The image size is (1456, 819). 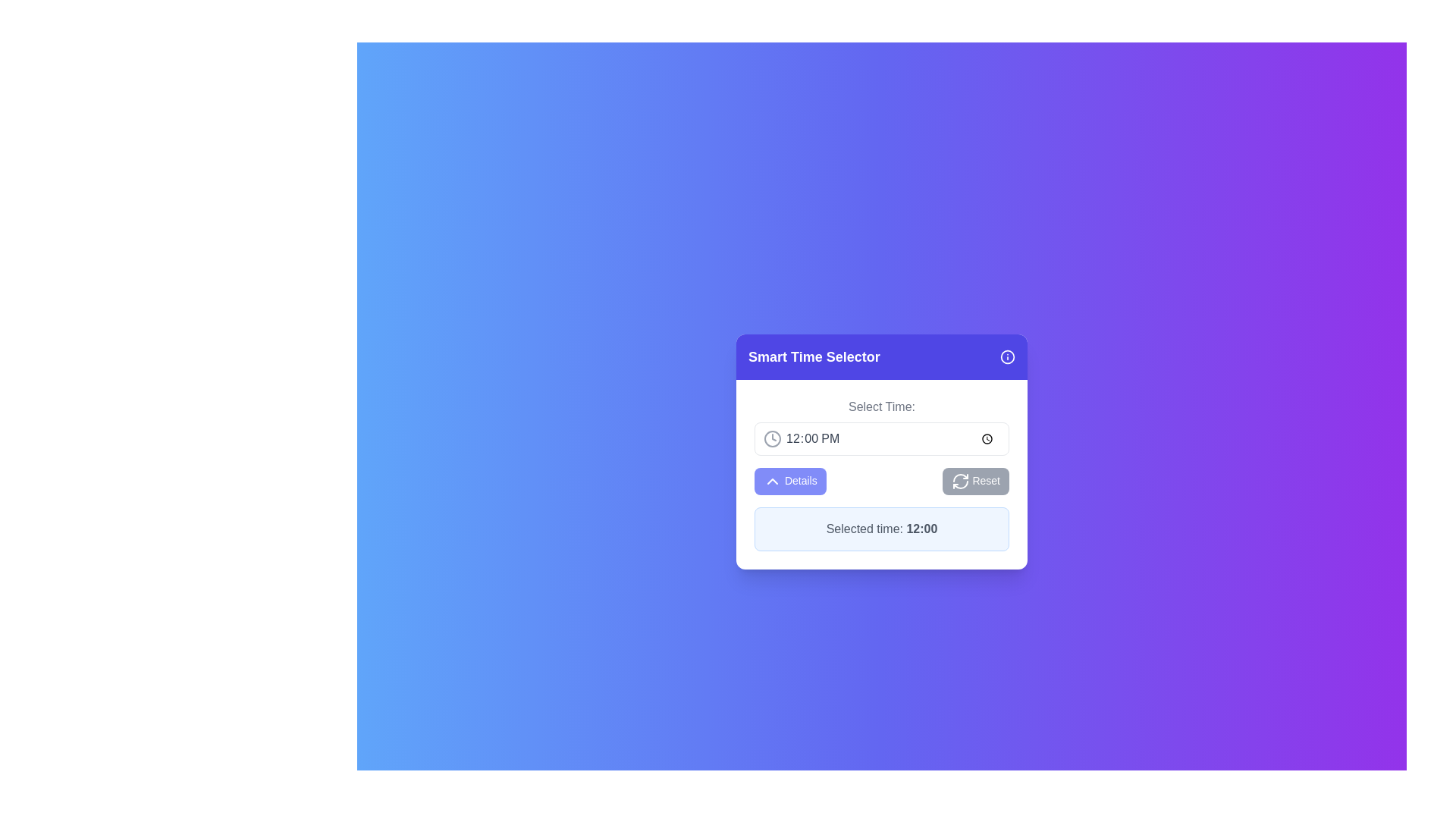 I want to click on the clock icon located to the left of the time text '12:00 PM' within the 'Smart Time Selector' input field, so click(x=772, y=438).